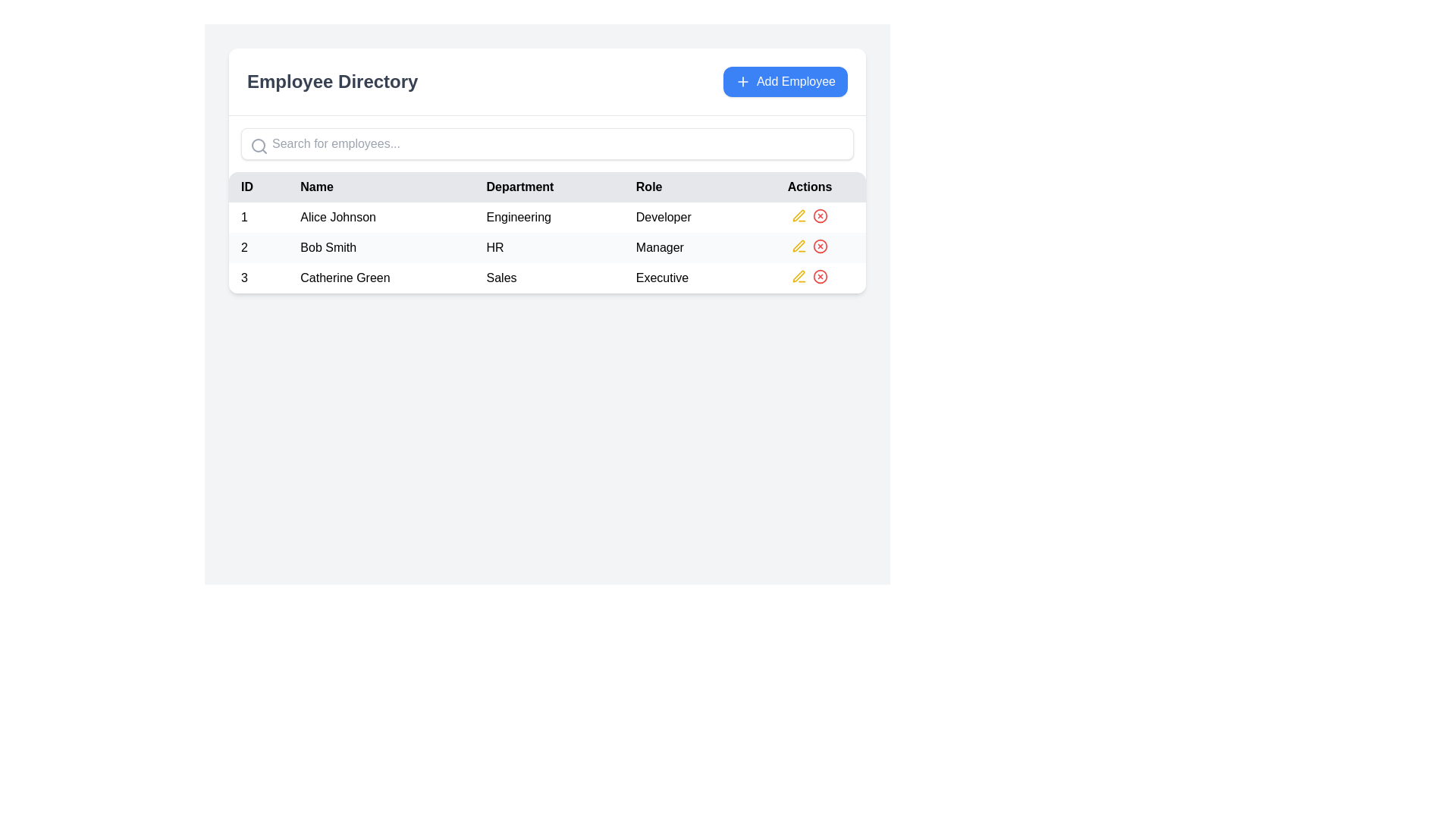 This screenshot has width=1456, height=819. What do you see at coordinates (795, 82) in the screenshot?
I see `the 'Add Employee' text label within the button that has a plus icon on its left, located in the upper-right corner of the interface` at bounding box center [795, 82].